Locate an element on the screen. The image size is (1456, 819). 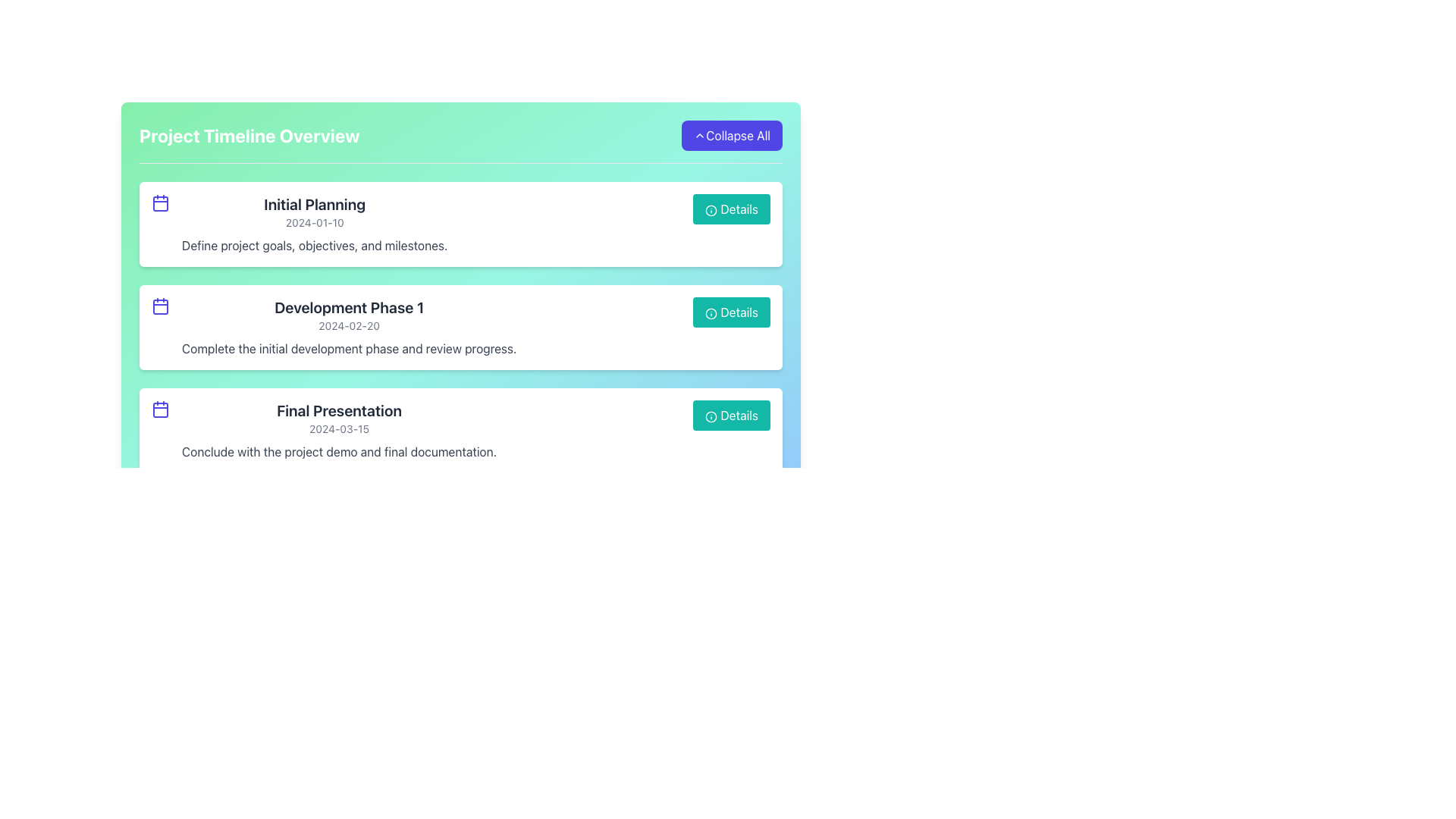
the Card component representing a project timeline item, which is the third in the vertical list and contains a 'Details' button is located at coordinates (460, 430).